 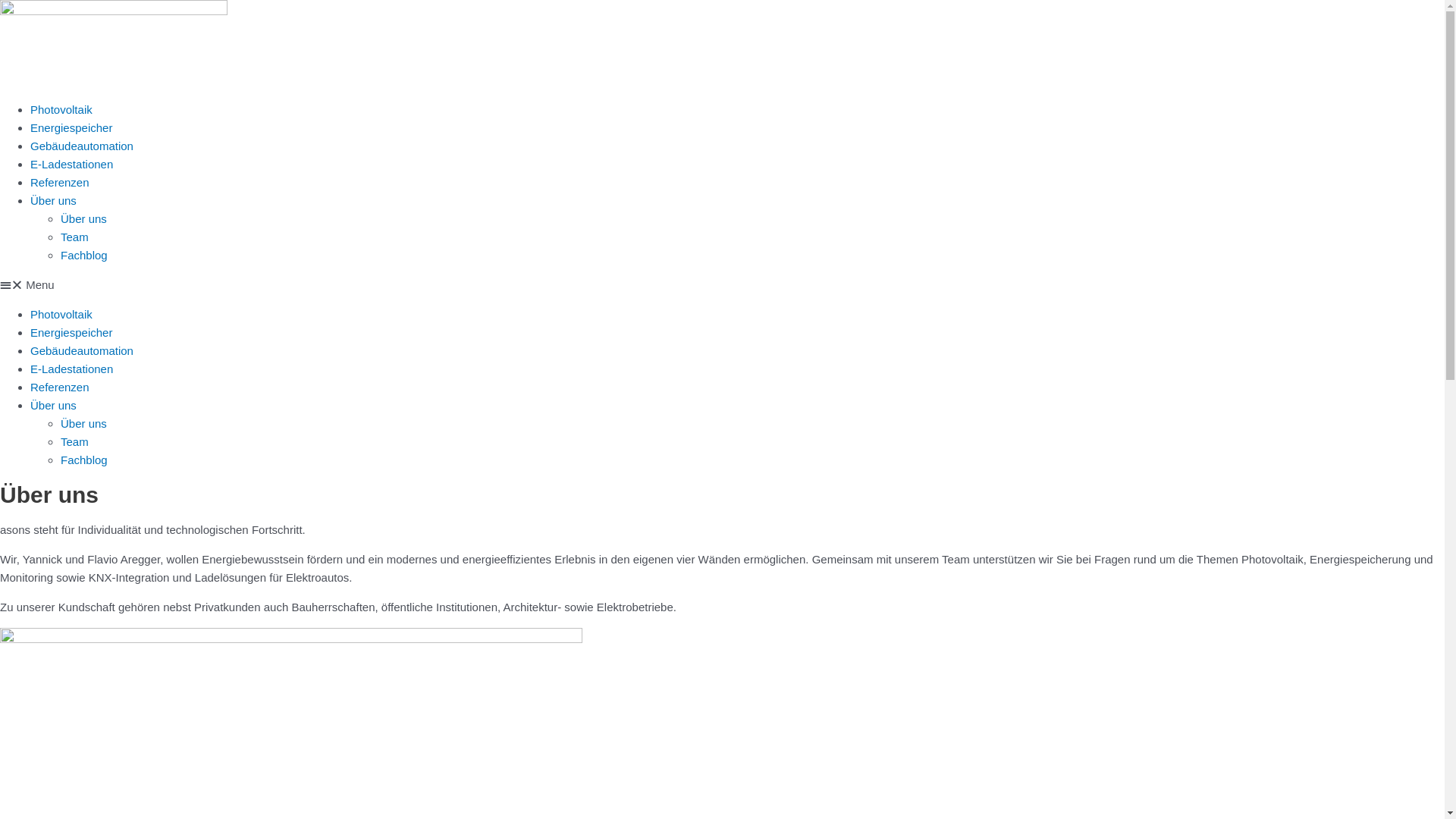 What do you see at coordinates (74, 441) in the screenshot?
I see `'Team'` at bounding box center [74, 441].